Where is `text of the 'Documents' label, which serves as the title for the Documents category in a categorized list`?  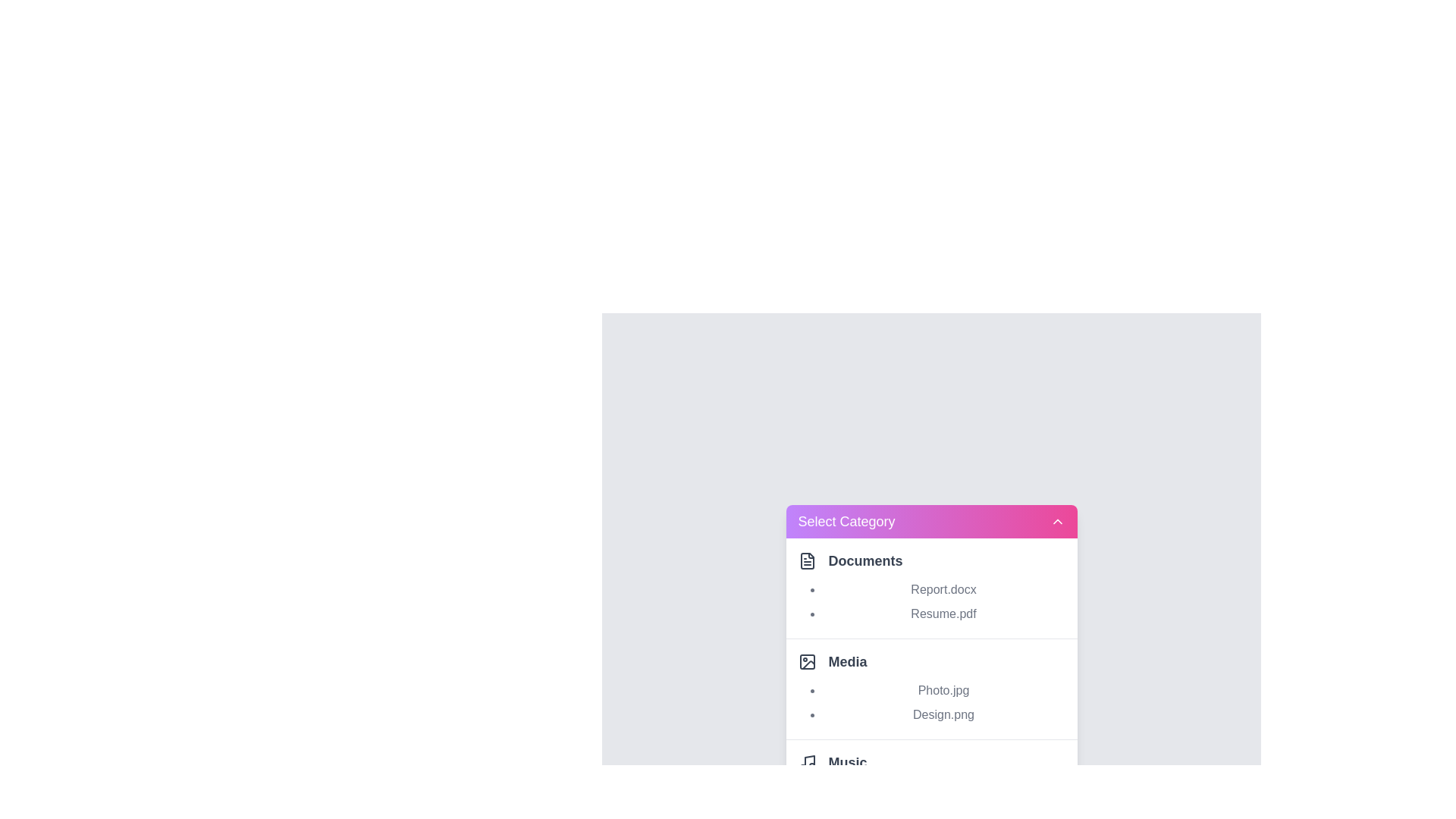
text of the 'Documents' label, which serves as the title for the Documents category in a categorized list is located at coordinates (865, 560).